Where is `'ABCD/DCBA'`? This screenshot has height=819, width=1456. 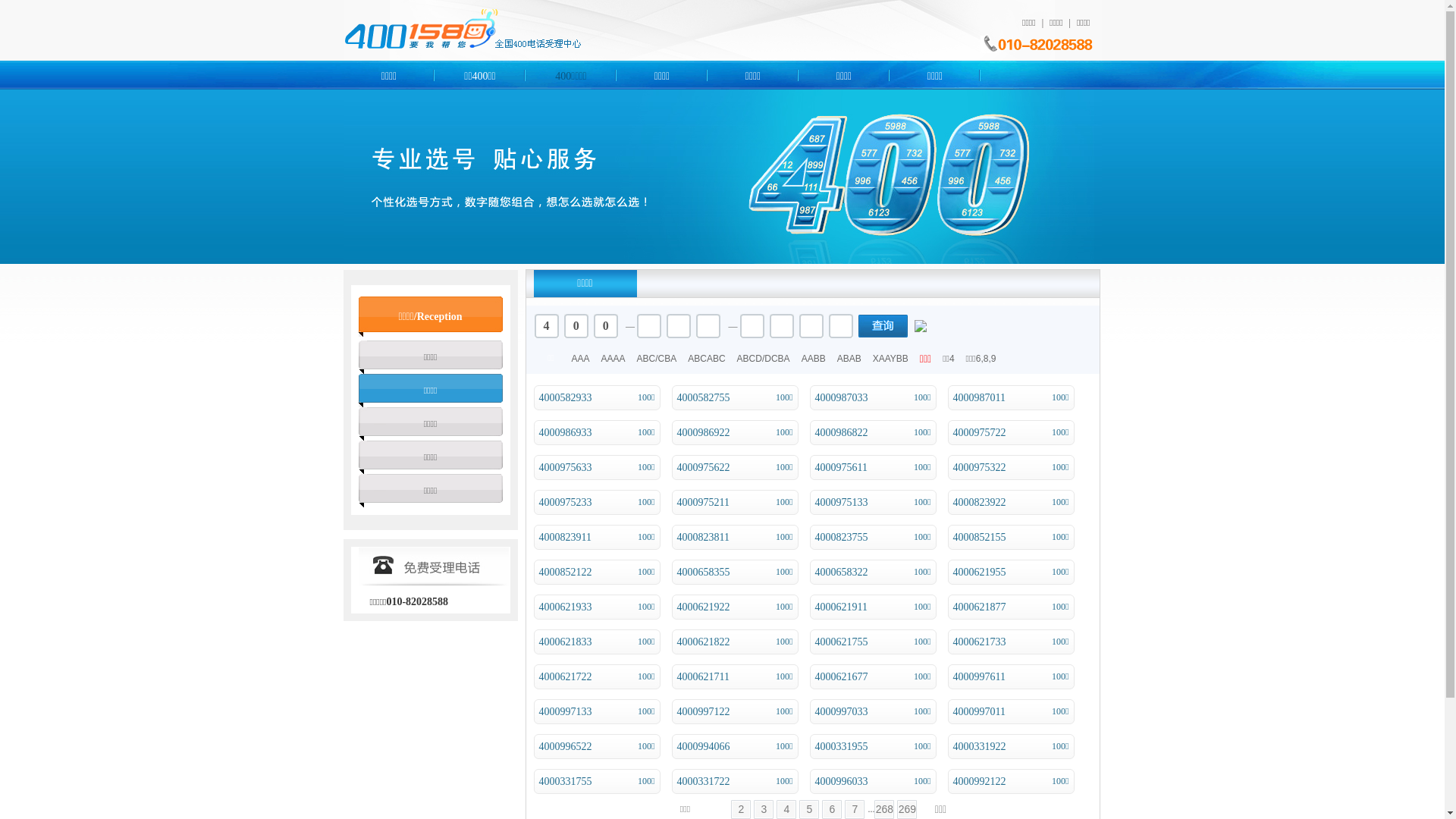
'ABCD/DCBA' is located at coordinates (733, 359).